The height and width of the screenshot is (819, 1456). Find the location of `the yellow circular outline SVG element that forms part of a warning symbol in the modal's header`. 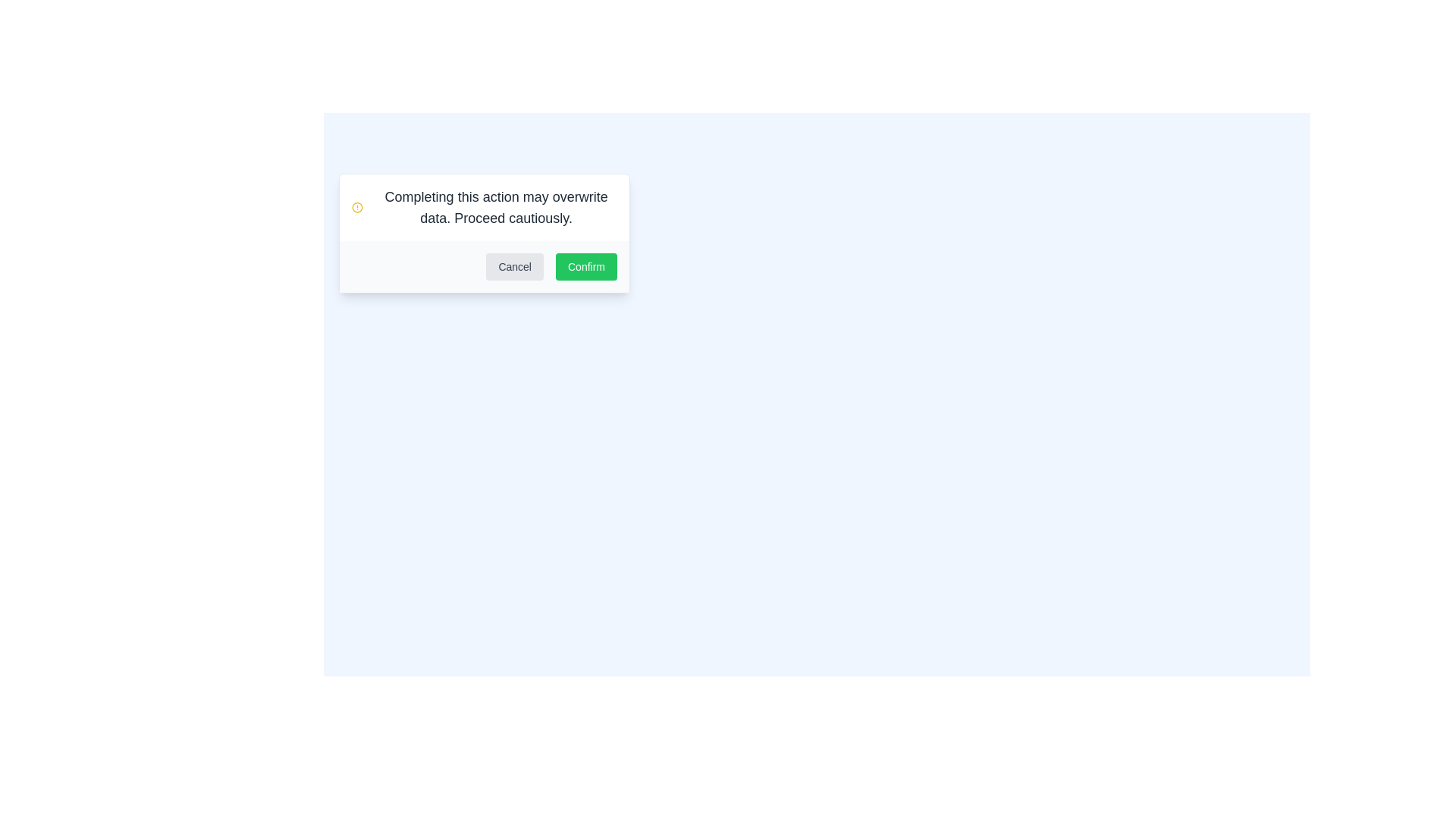

the yellow circular outline SVG element that forms part of a warning symbol in the modal's header is located at coordinates (356, 207).